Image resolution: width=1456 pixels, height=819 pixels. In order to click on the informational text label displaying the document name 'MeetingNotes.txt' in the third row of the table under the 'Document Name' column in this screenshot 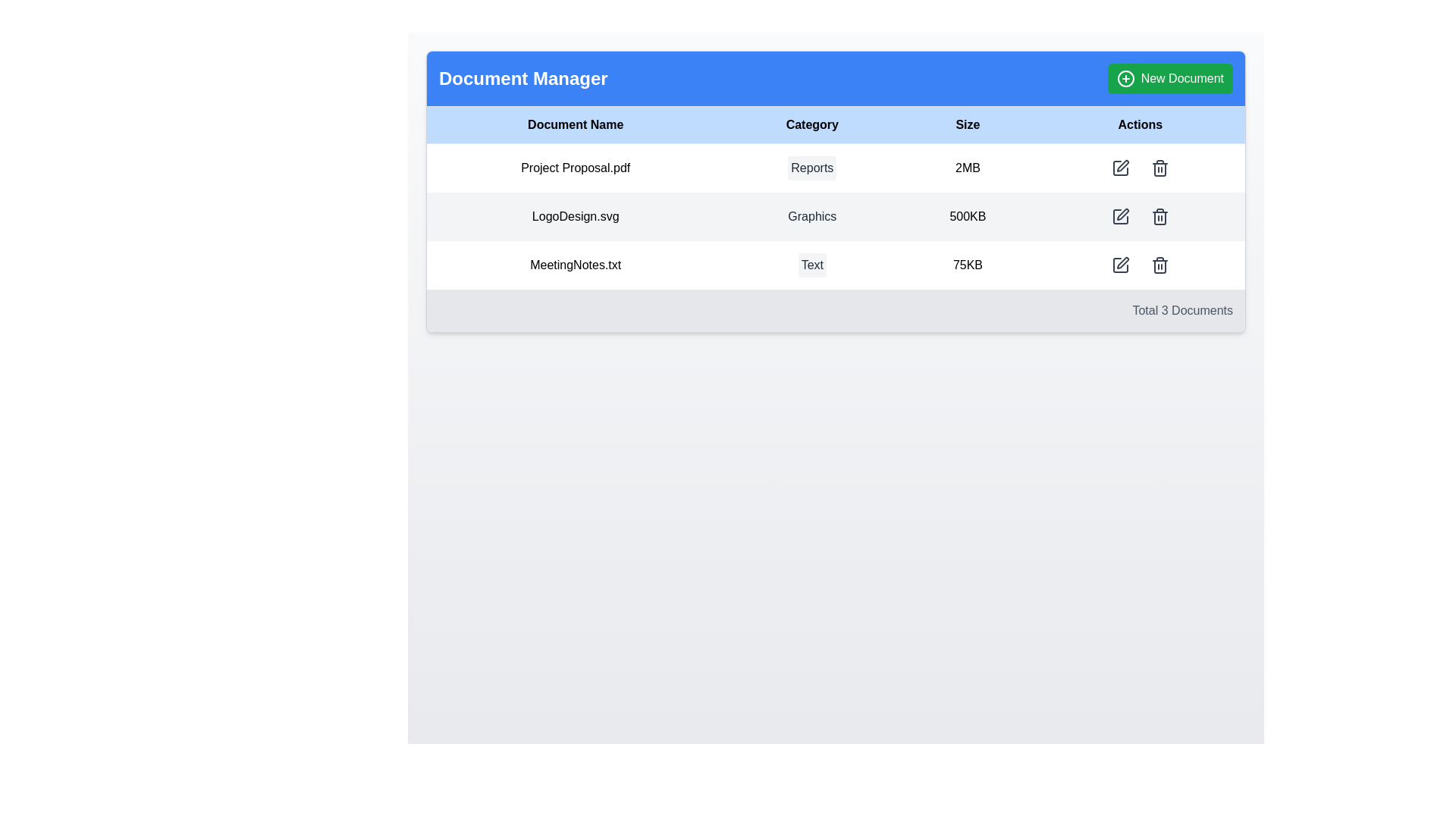, I will do `click(575, 265)`.